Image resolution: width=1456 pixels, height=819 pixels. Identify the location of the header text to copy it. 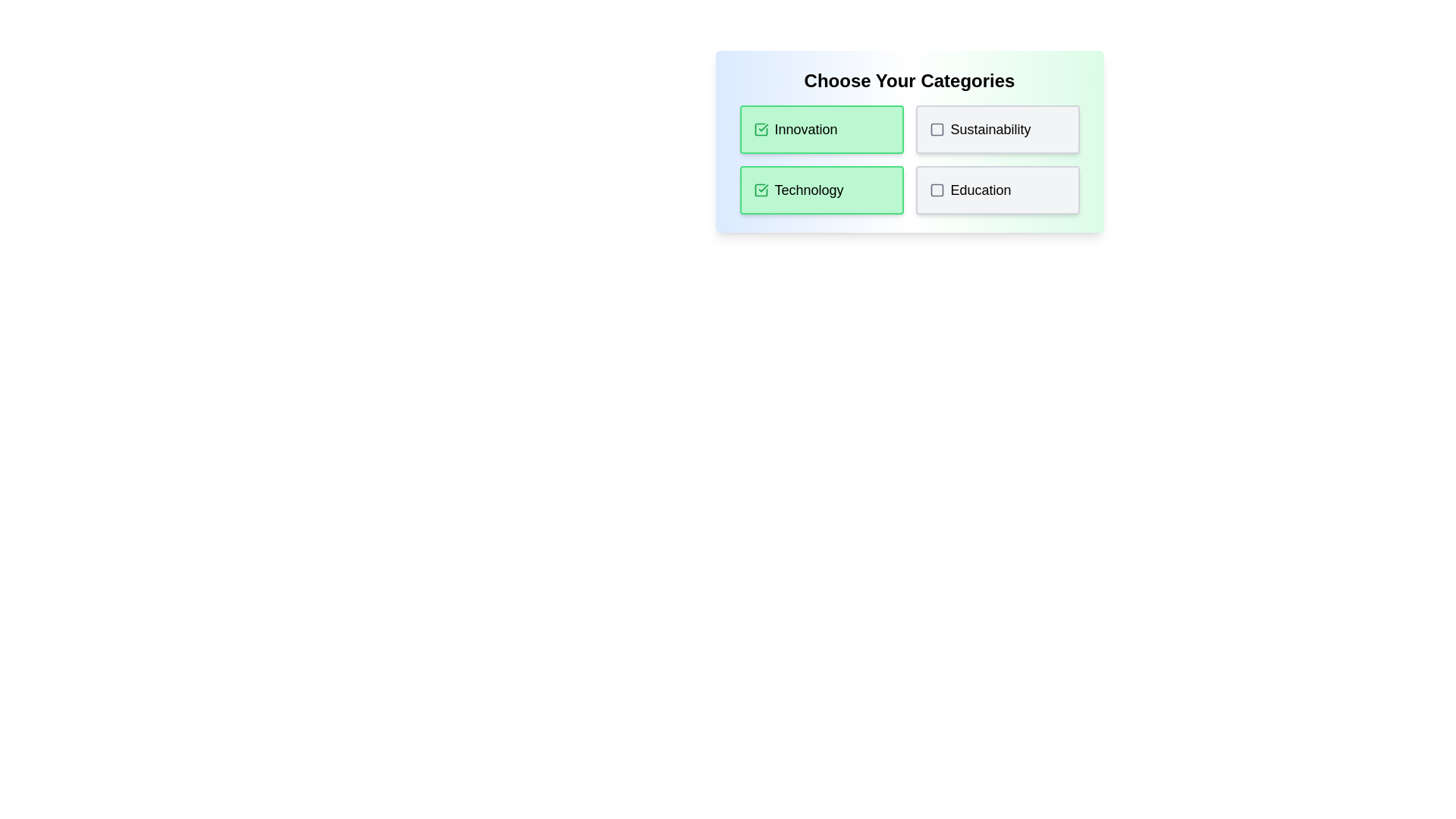
(909, 81).